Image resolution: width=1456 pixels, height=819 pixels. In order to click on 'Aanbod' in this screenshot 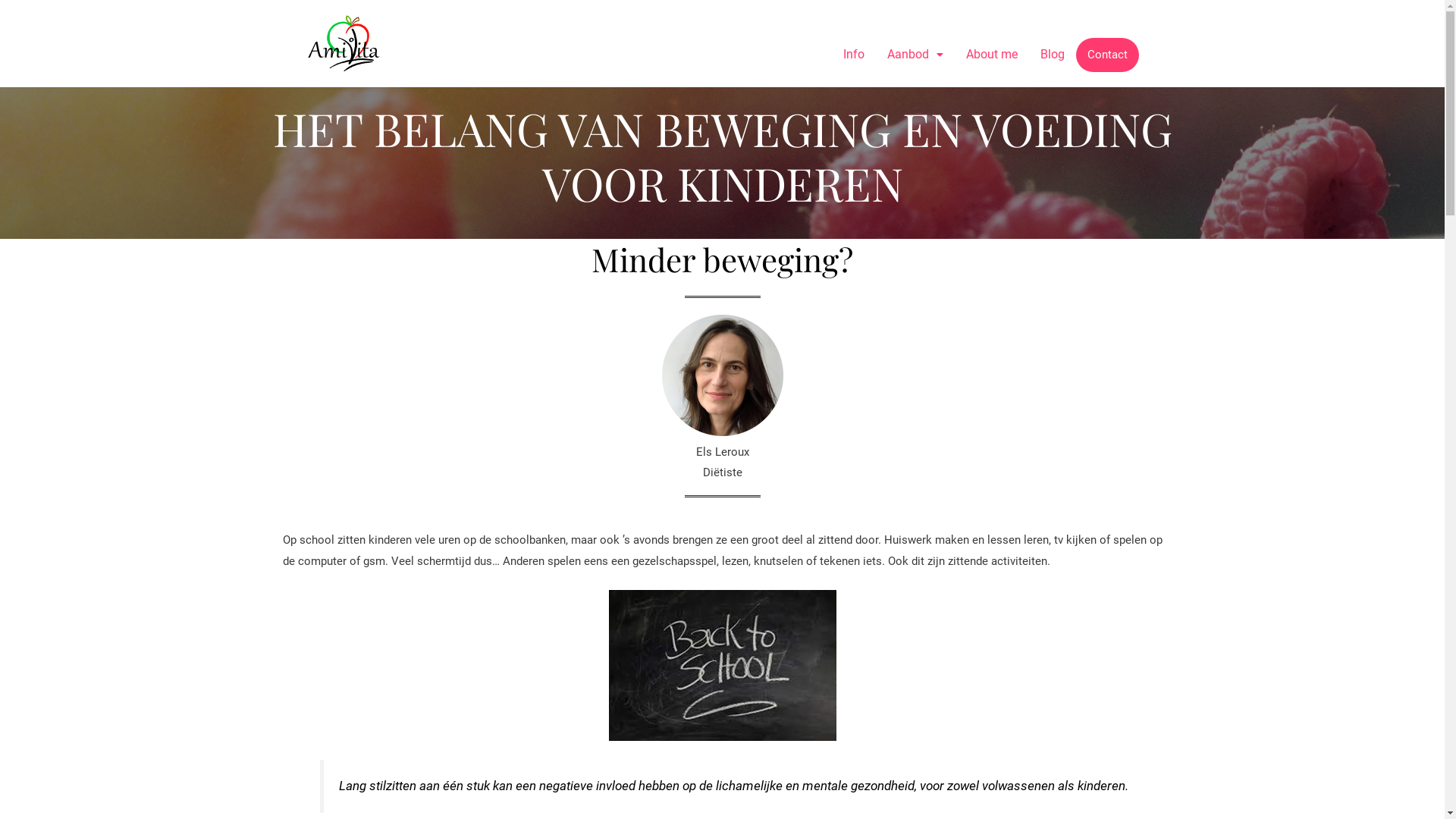, I will do `click(914, 54)`.